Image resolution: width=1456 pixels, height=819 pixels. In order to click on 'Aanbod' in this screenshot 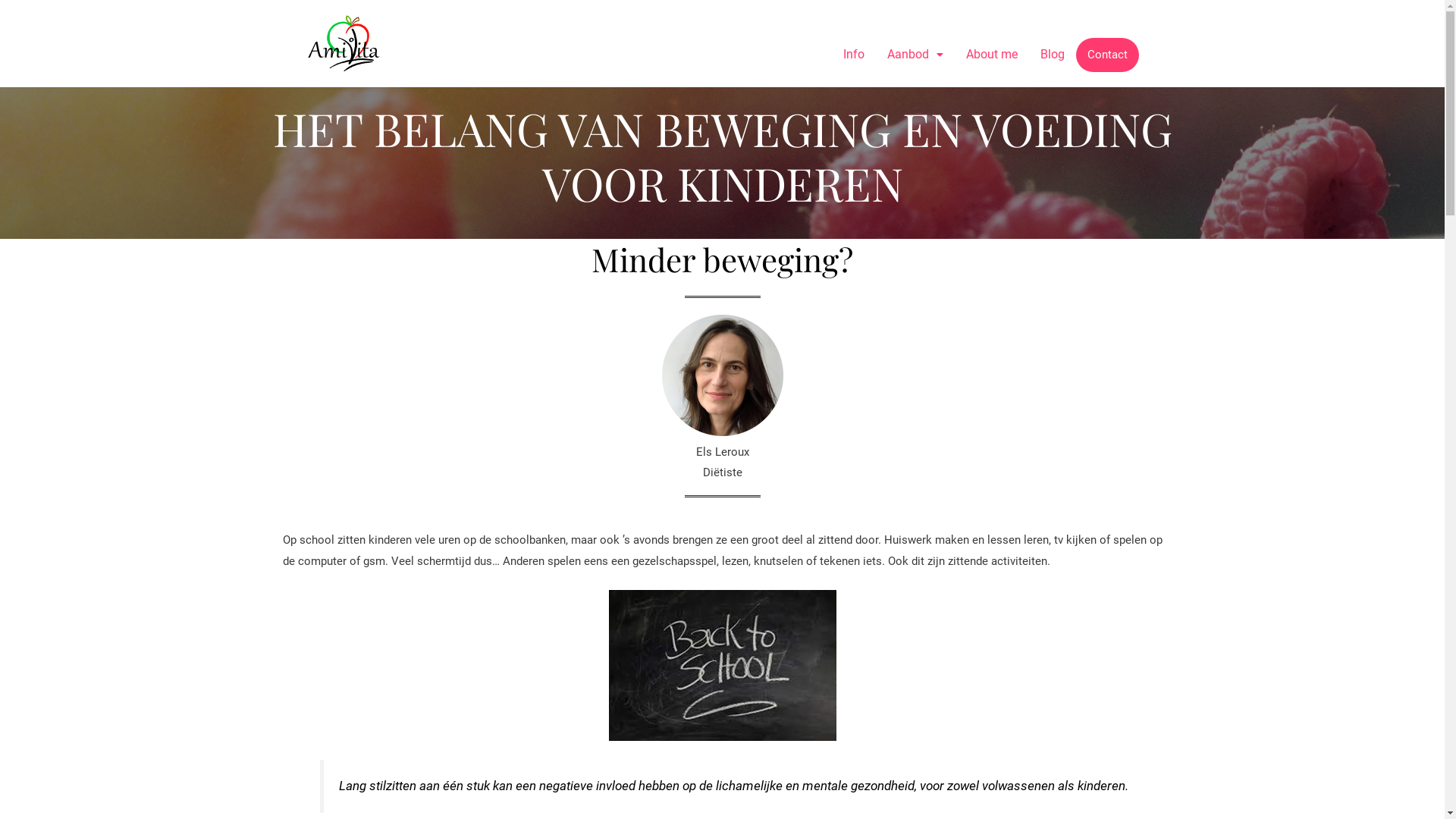, I will do `click(914, 54)`.